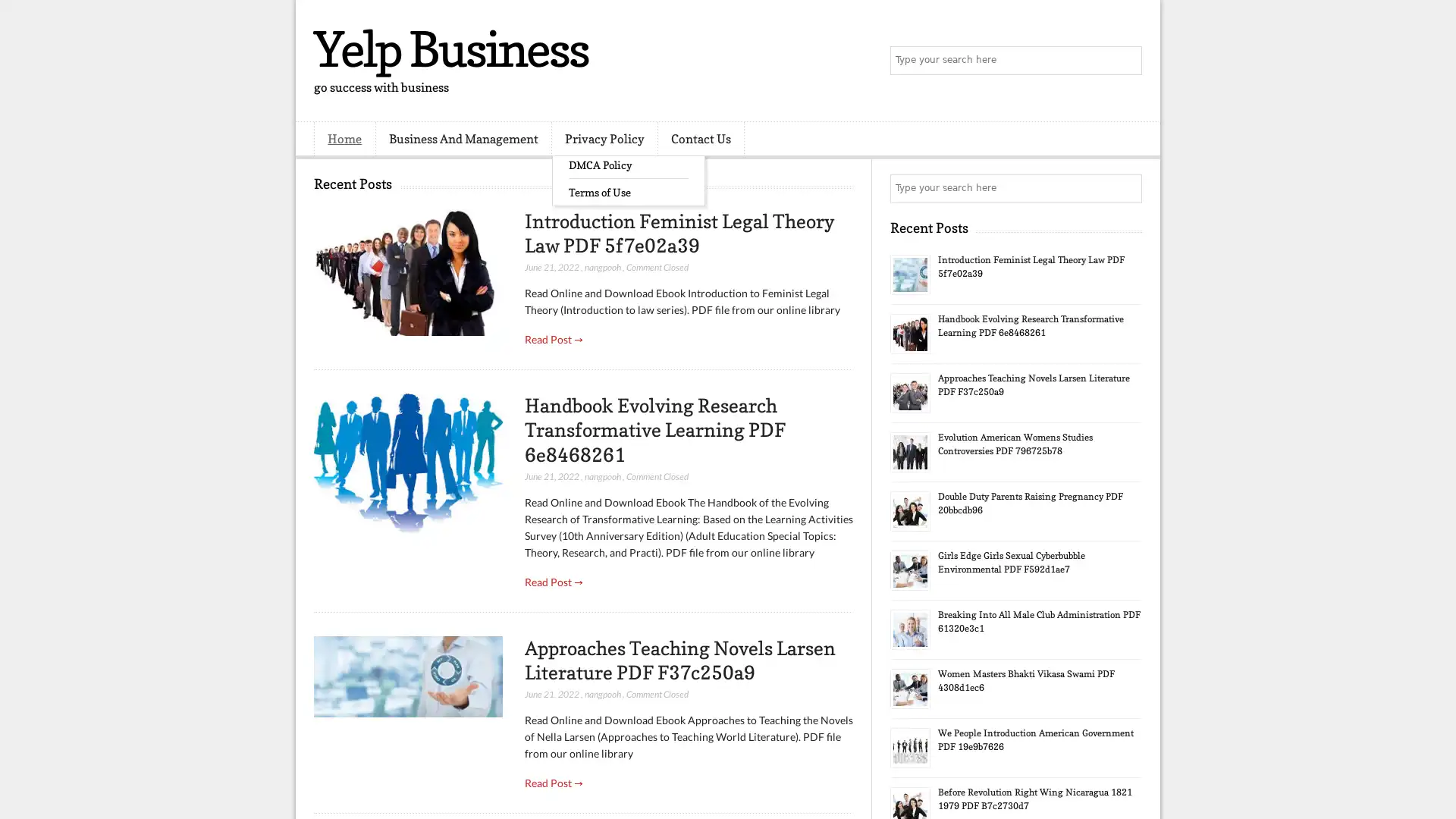 The height and width of the screenshot is (819, 1456). Describe the element at coordinates (1126, 61) in the screenshot. I see `Search` at that location.